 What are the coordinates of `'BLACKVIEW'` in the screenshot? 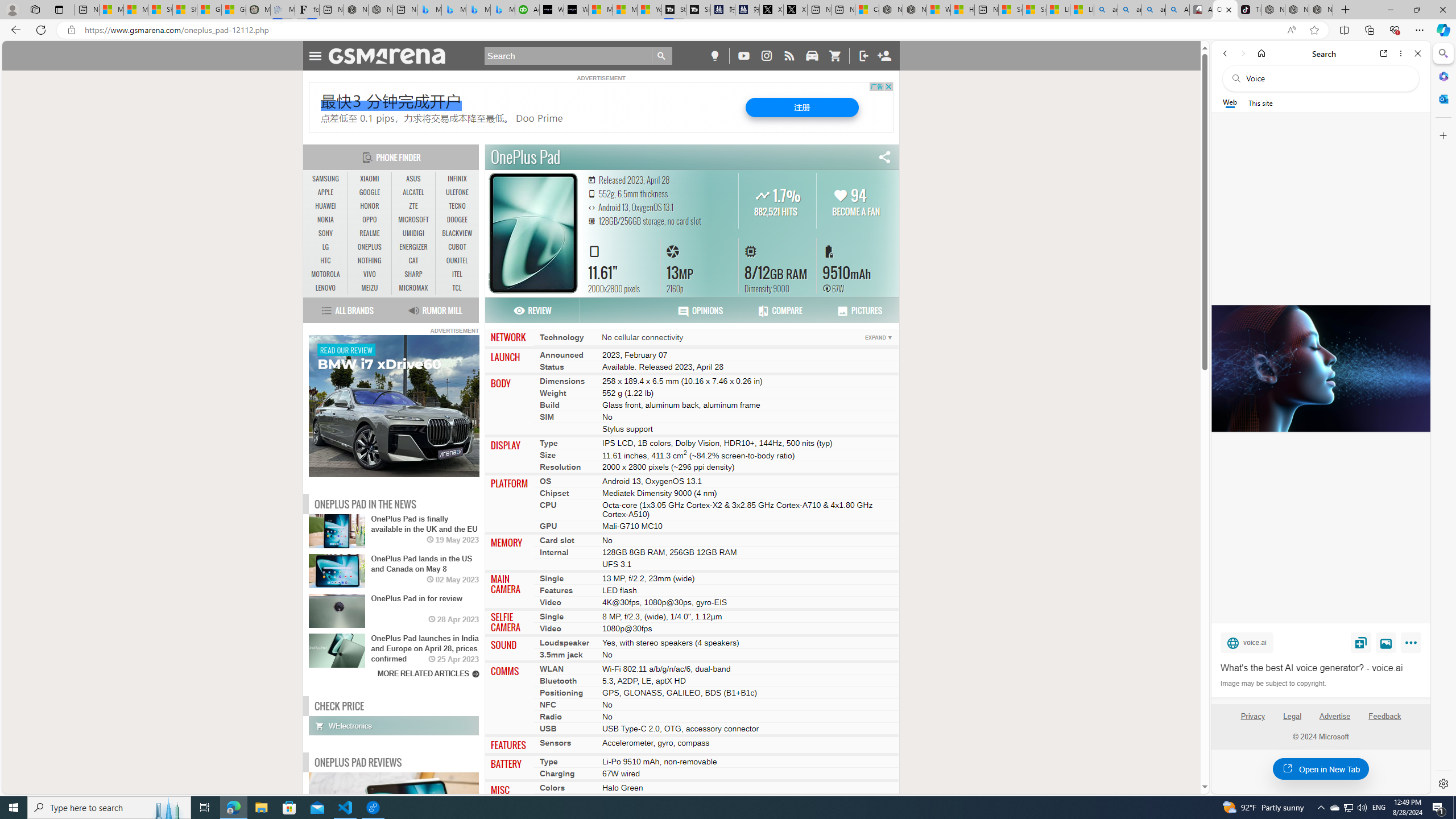 It's located at (457, 233).